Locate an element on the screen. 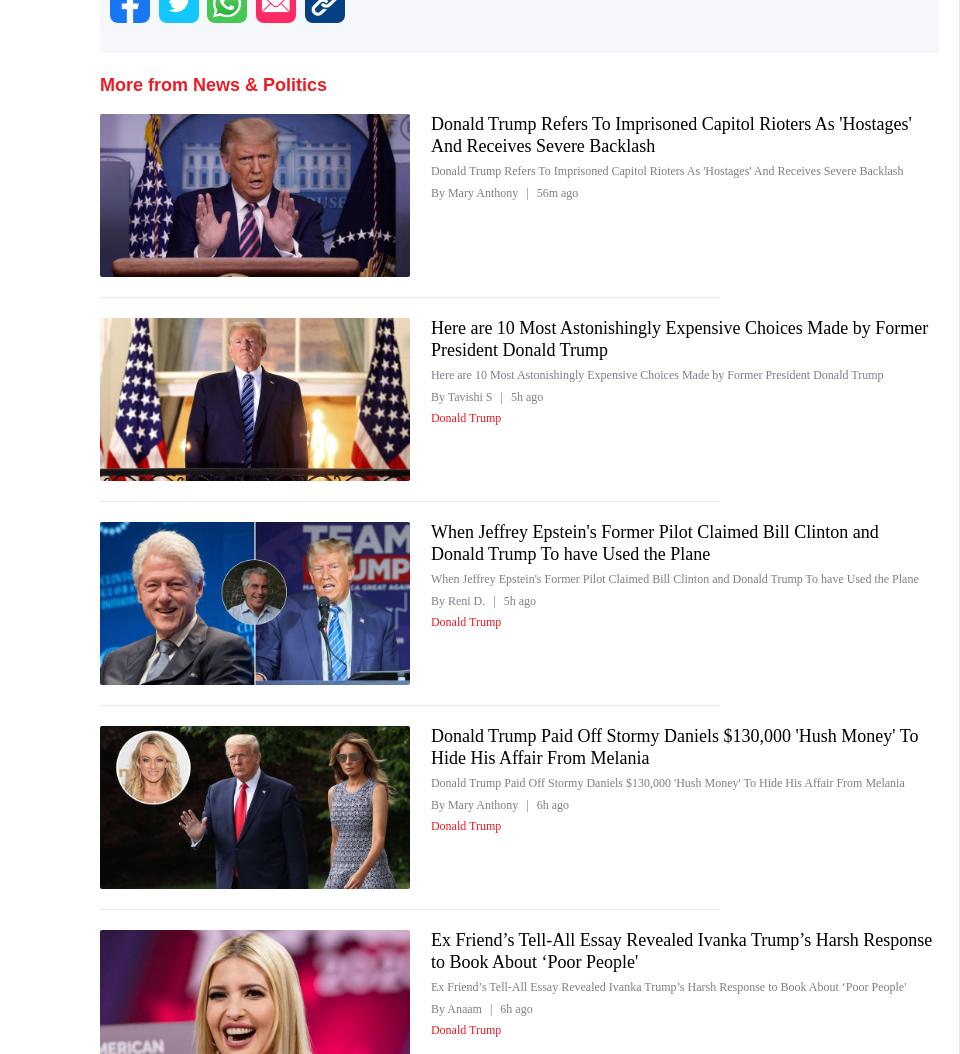 This screenshot has height=1054, width=960. 'By Reni D.' is located at coordinates (458, 599).